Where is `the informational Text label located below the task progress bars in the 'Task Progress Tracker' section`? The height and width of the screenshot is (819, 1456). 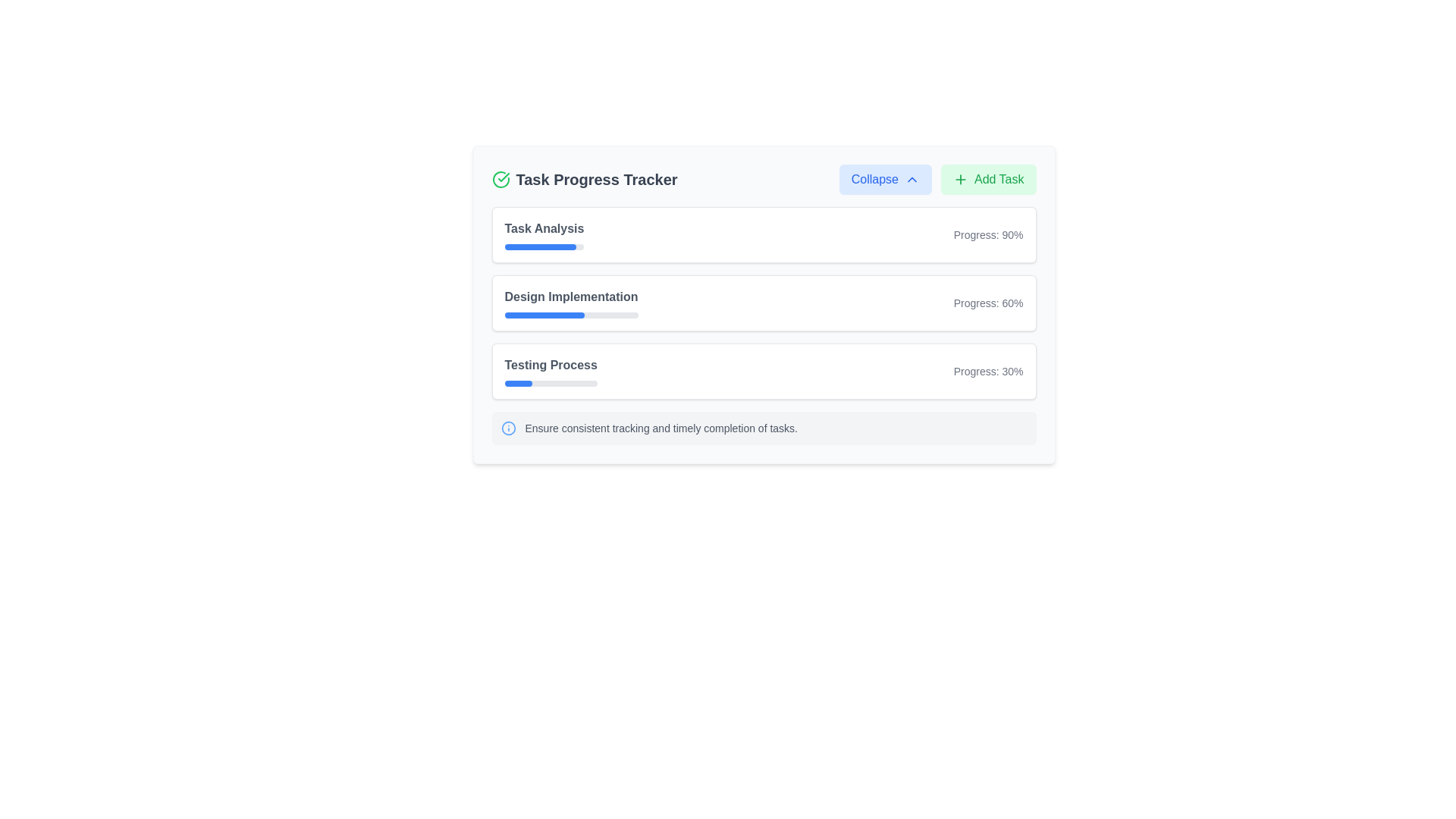 the informational Text label located below the task progress bars in the 'Task Progress Tracker' section is located at coordinates (661, 428).